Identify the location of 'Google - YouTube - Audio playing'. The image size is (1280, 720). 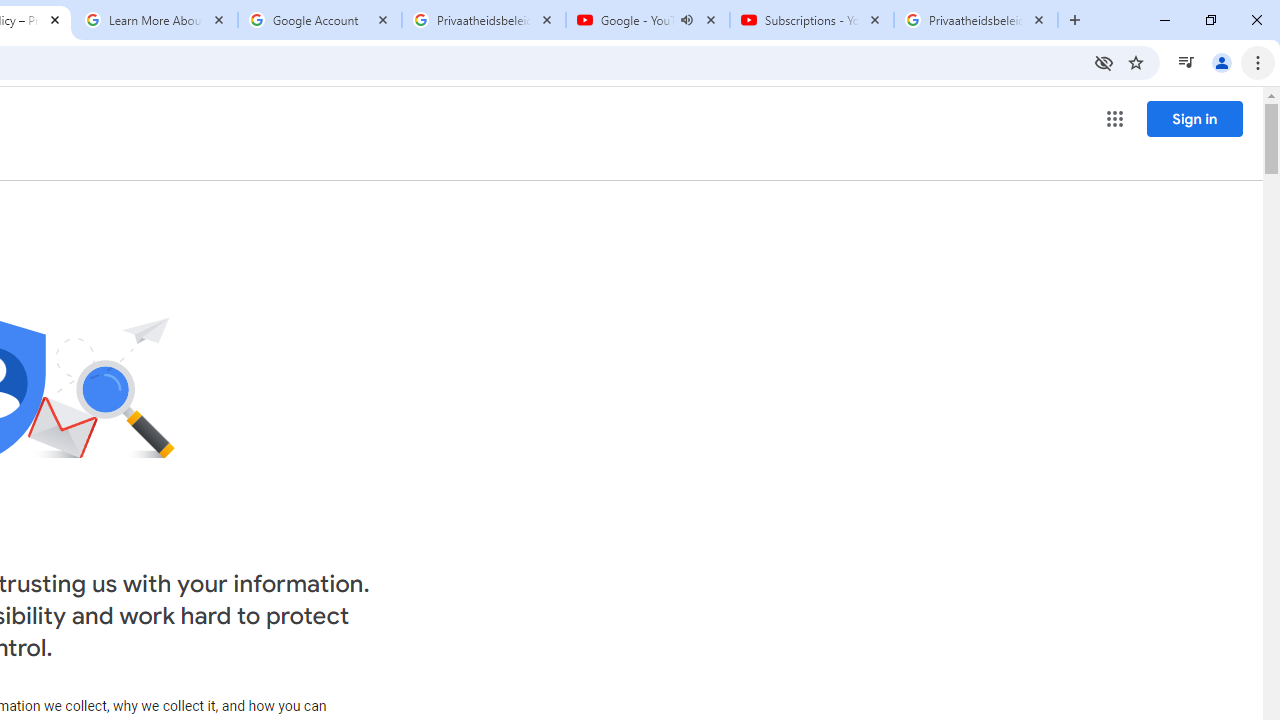
(647, 20).